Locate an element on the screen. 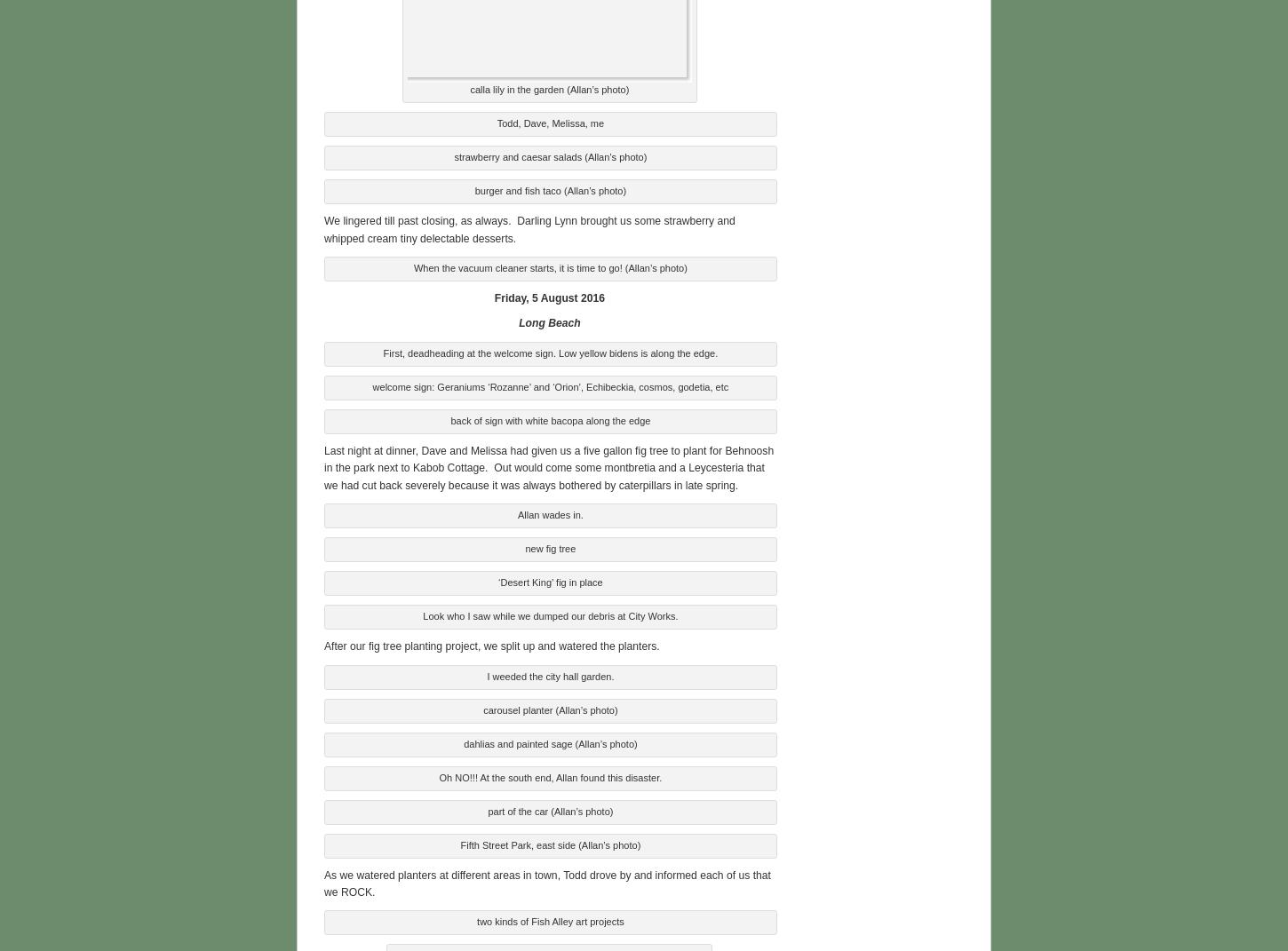  'welcome sign: Geraniums ‘Rozanne’ and ‘Orion’, Echibeckia, cosmos, godetia, etc' is located at coordinates (549, 384).